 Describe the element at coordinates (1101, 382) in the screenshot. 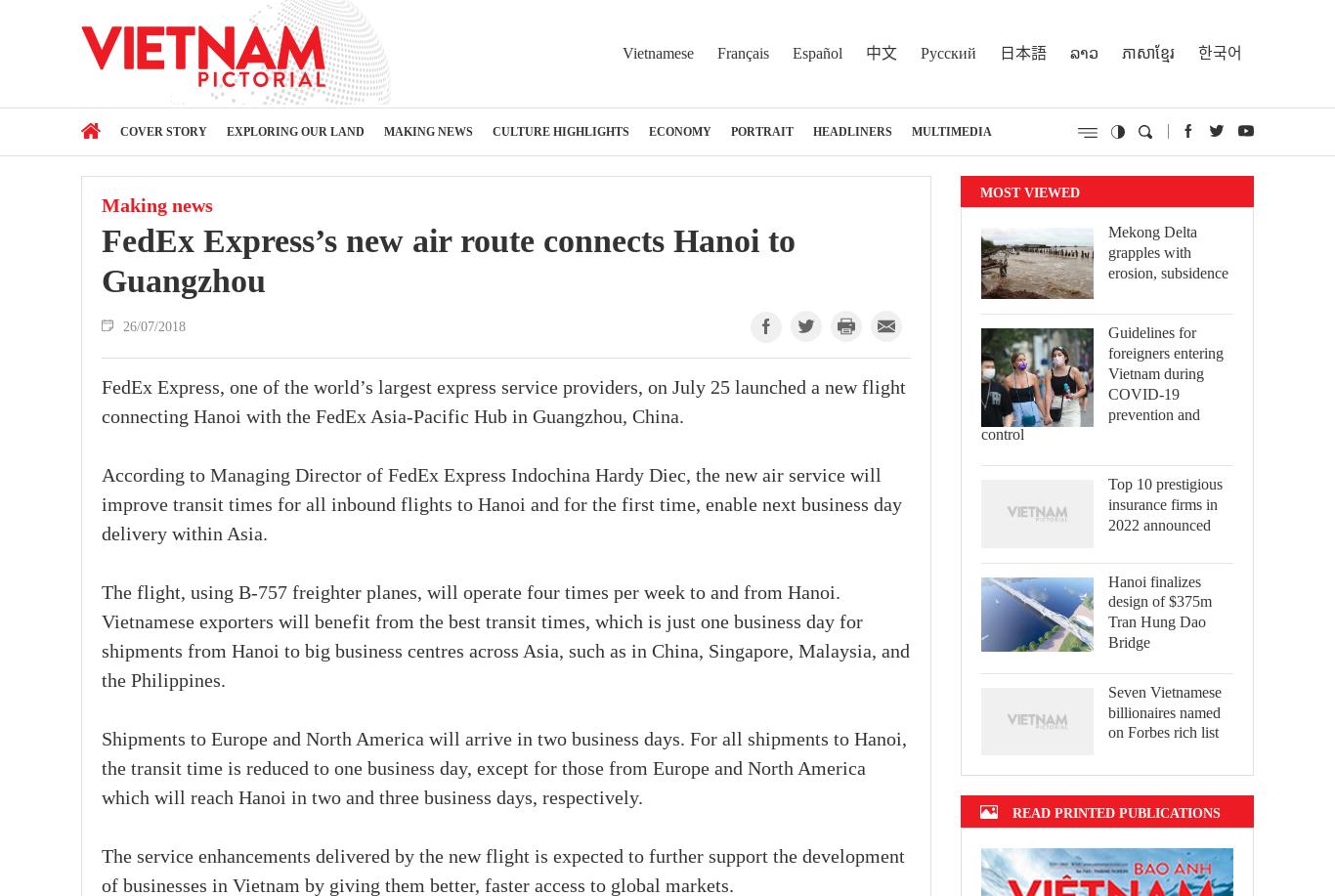

I see `'Guidelines for foreigners entering Vietnam during COVID-19 prevention and control'` at that location.